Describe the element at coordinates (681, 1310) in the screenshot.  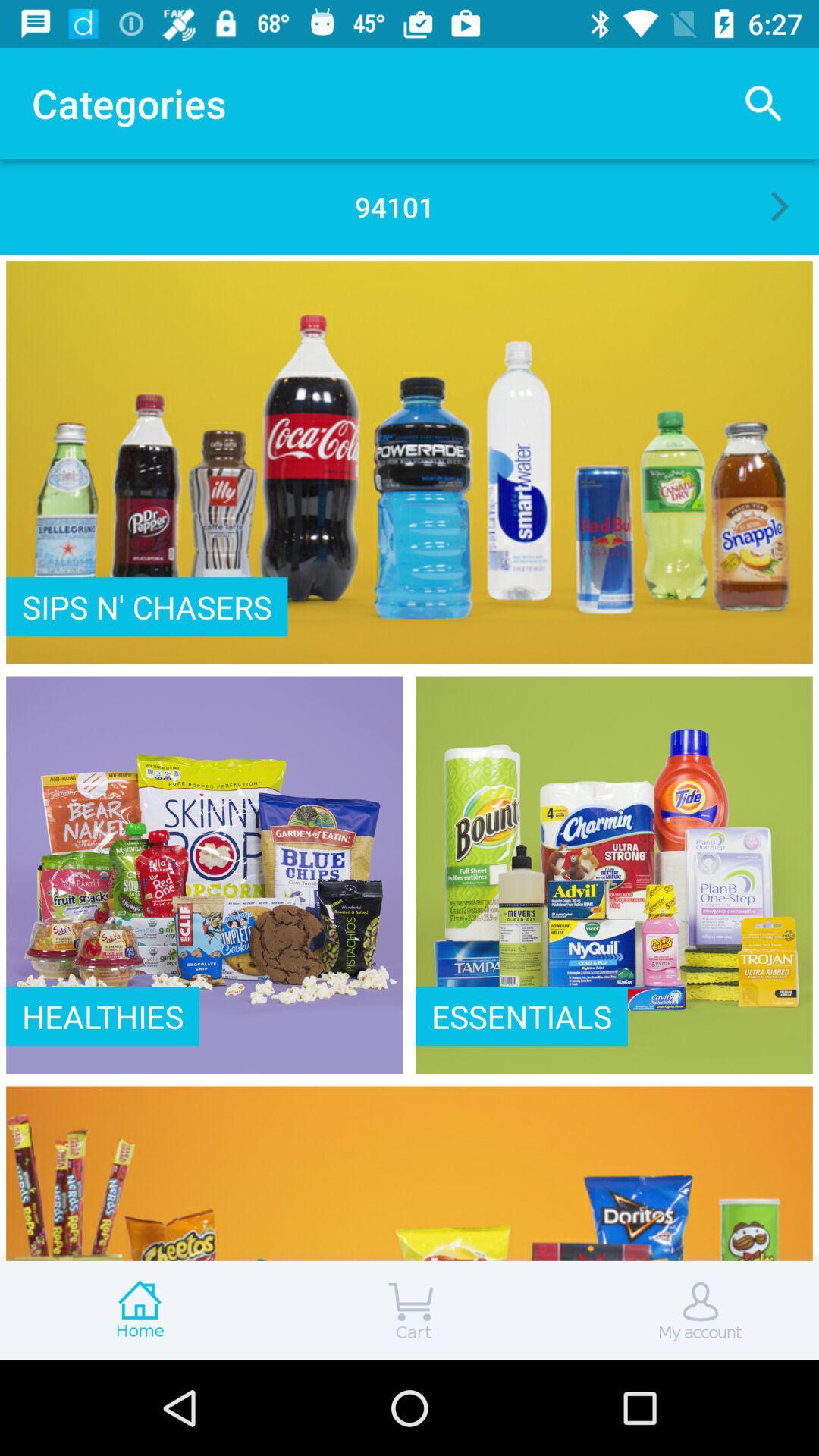
I see `the microphone icon` at that location.